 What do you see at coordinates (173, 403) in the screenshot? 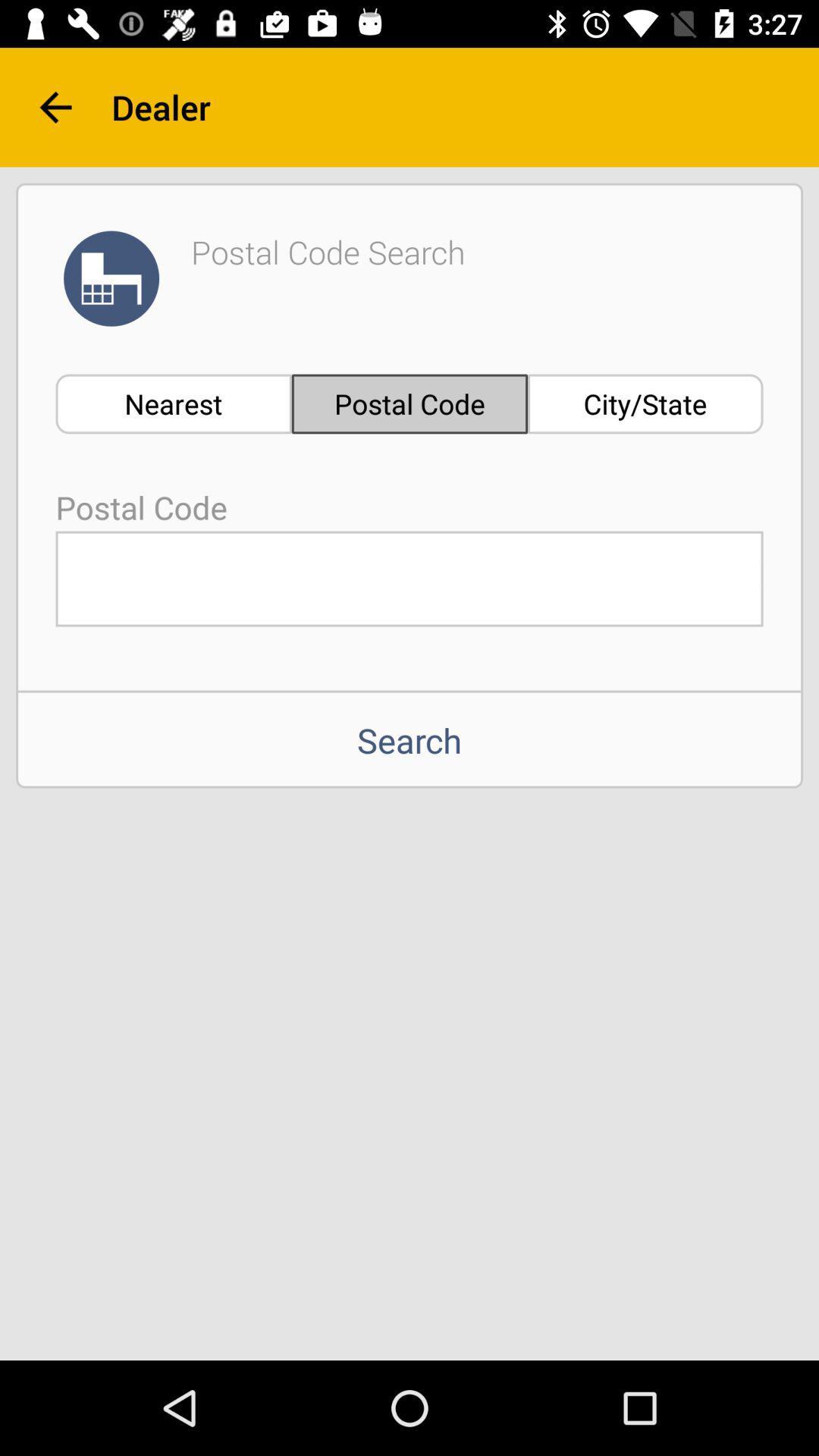
I see `item next to postal code icon` at bounding box center [173, 403].